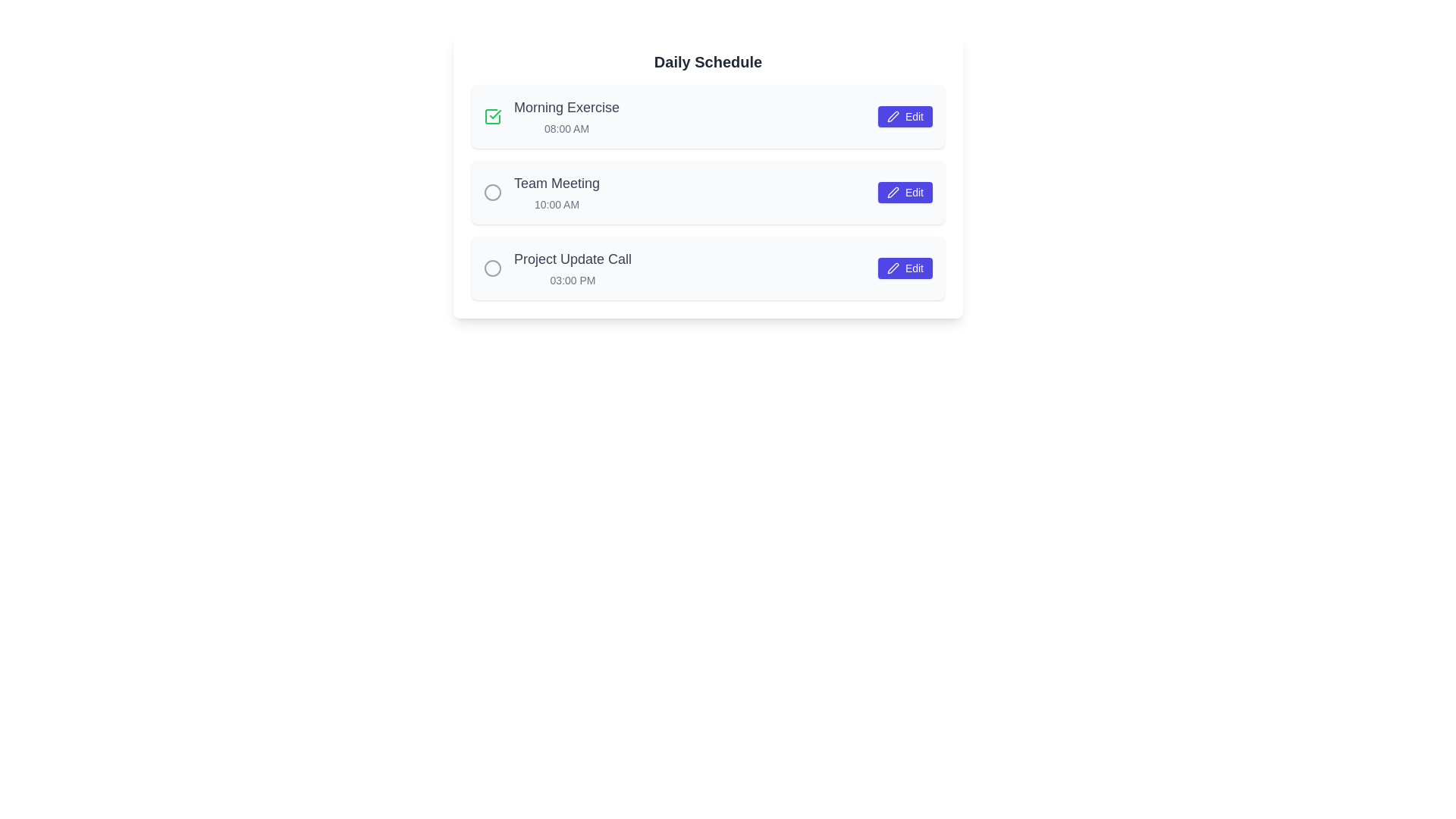 Image resolution: width=1456 pixels, height=819 pixels. What do you see at coordinates (492, 268) in the screenshot?
I see `the circular status indicator for the 'Project Update Call' task` at bounding box center [492, 268].